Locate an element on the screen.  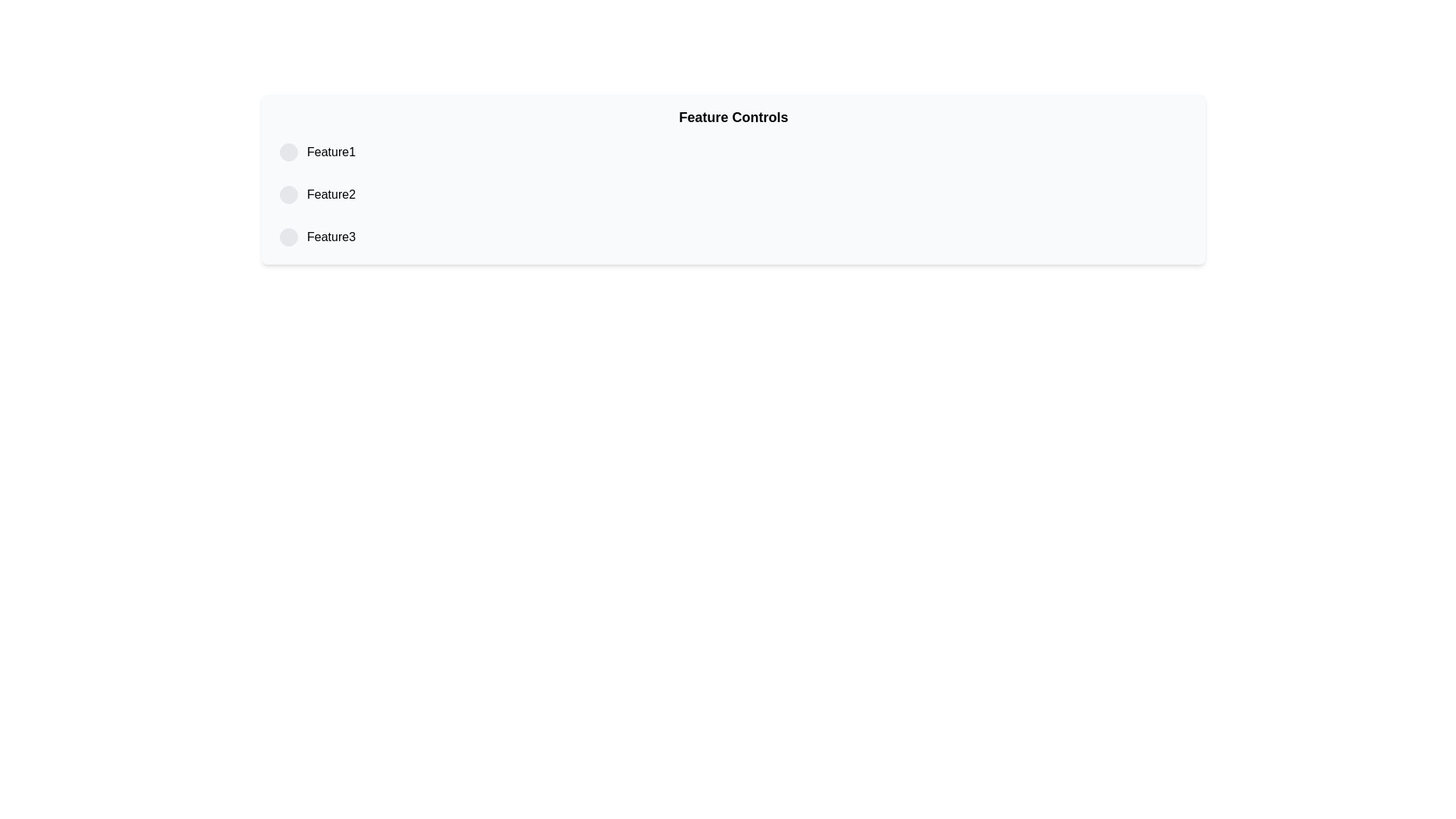
the radio button associated with the option 'Feature1' is located at coordinates (288, 152).